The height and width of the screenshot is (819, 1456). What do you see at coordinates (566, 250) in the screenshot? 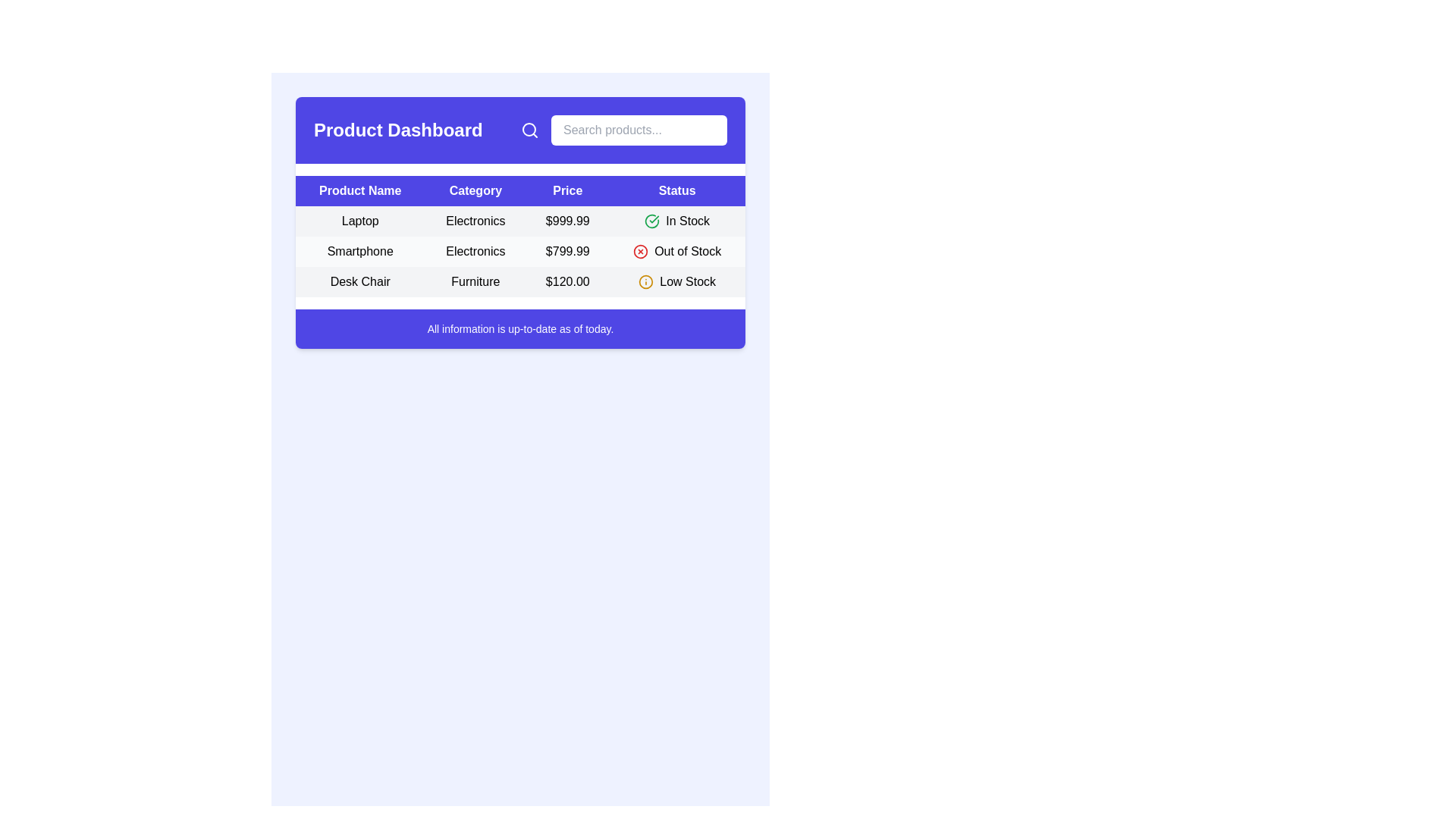
I see `the price label displaying '$799.99' in bold black font, located in the 'Price' column of the data table, aligned with the 'Smartphone' entry` at bounding box center [566, 250].